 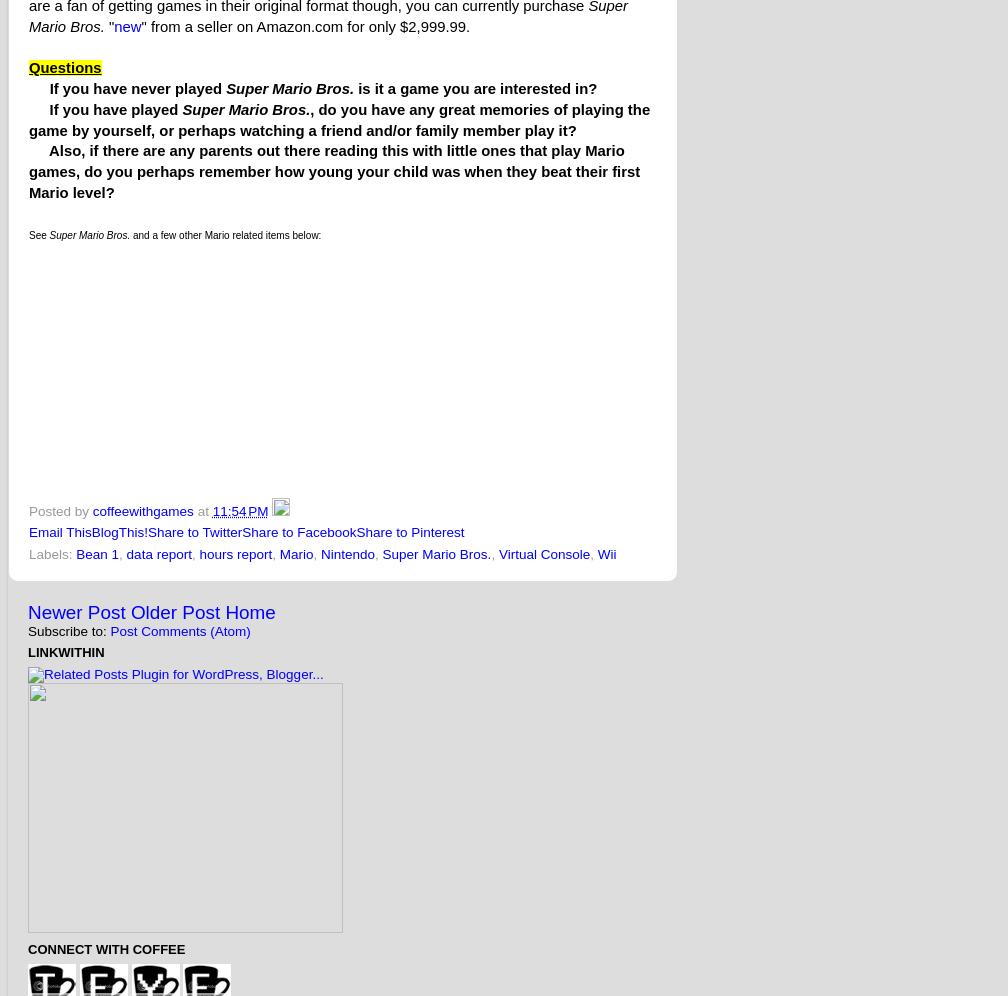 What do you see at coordinates (296, 552) in the screenshot?
I see `'Mario'` at bounding box center [296, 552].